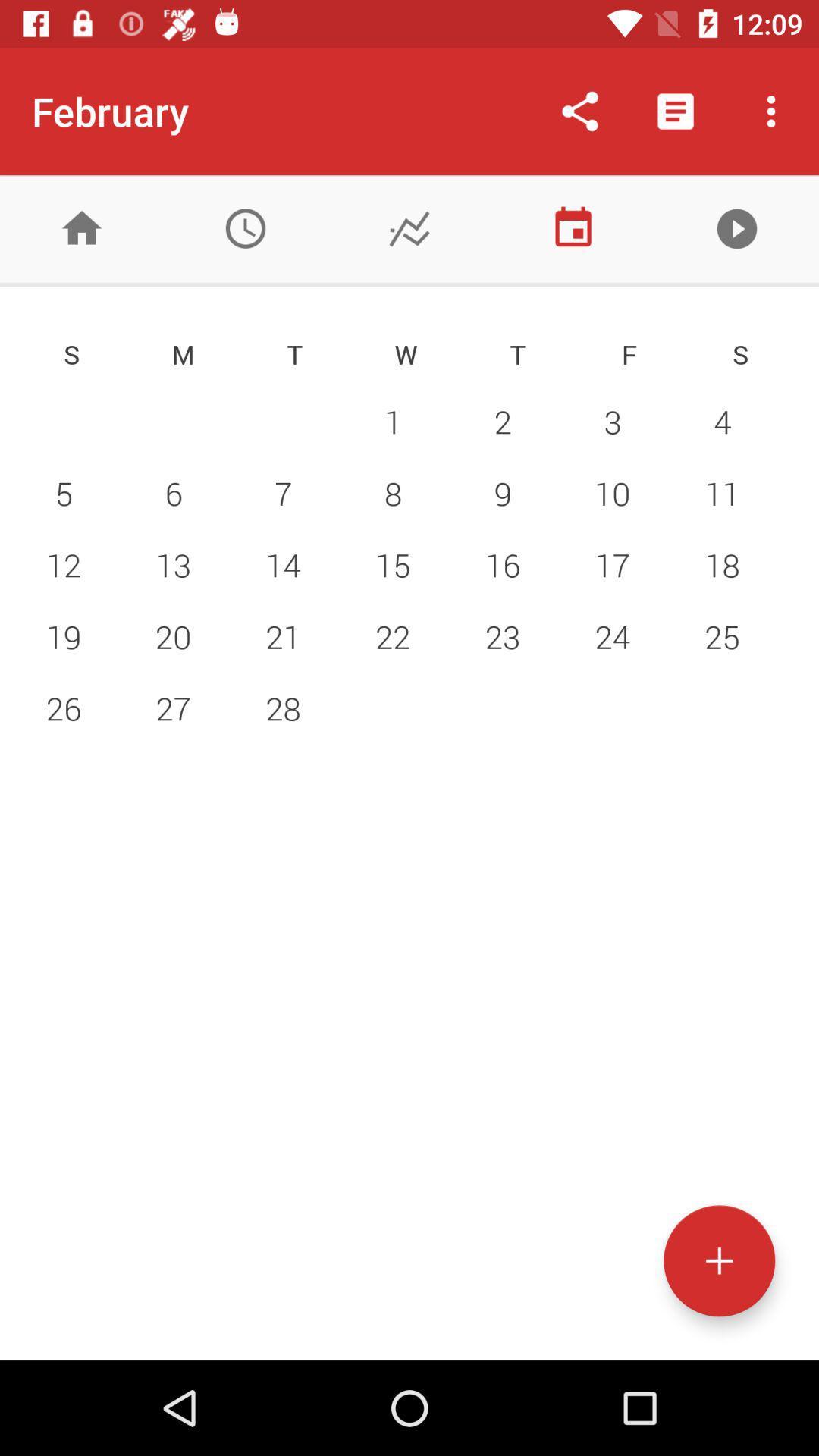 The height and width of the screenshot is (1456, 819). What do you see at coordinates (736, 227) in the screenshot?
I see `switch autoplay option` at bounding box center [736, 227].